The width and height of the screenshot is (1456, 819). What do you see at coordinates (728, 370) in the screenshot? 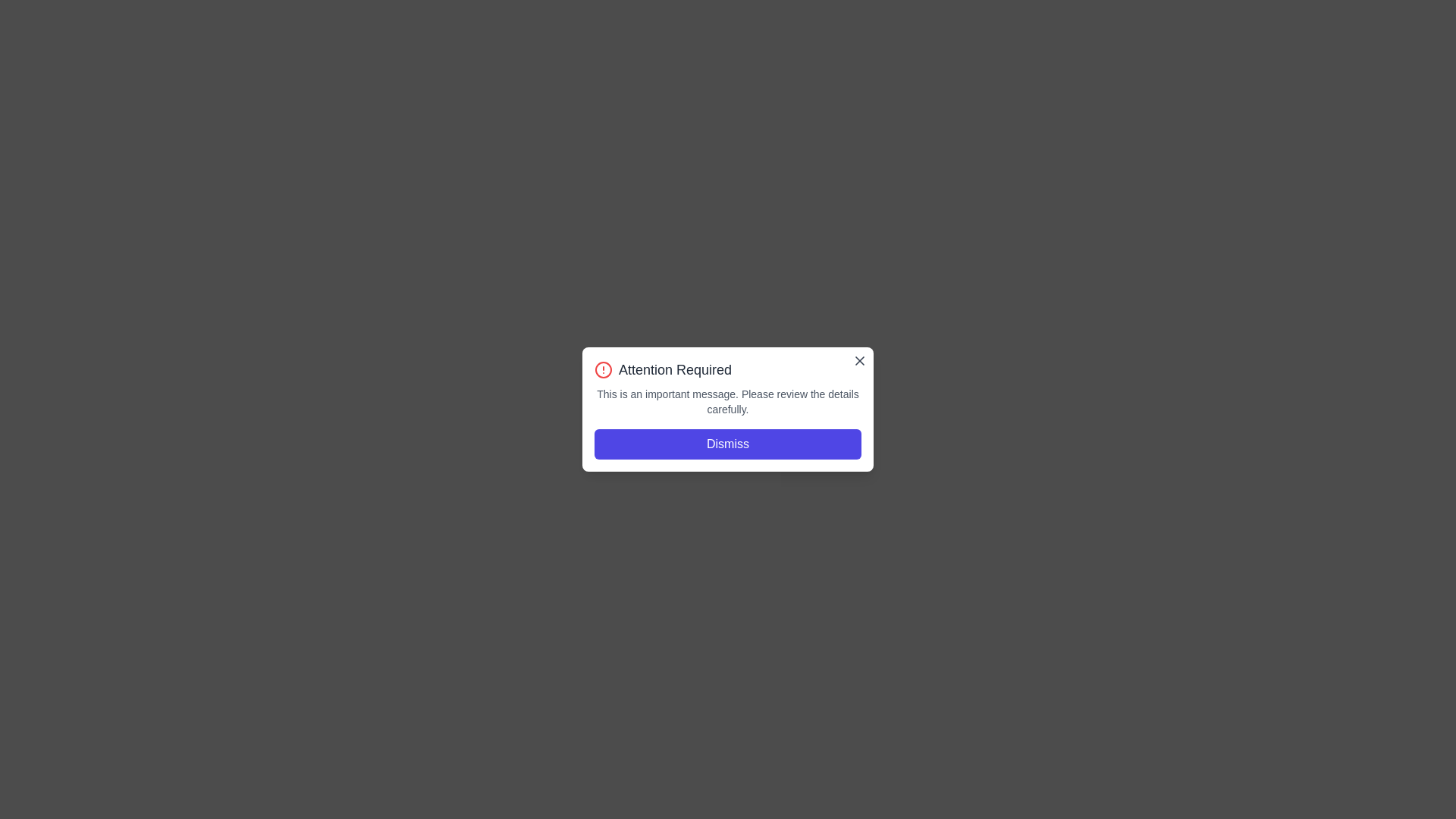
I see `alert text from the Alert Header with Icon that displays 'Attention Required' in bold, located at the top of the white alert box` at bounding box center [728, 370].